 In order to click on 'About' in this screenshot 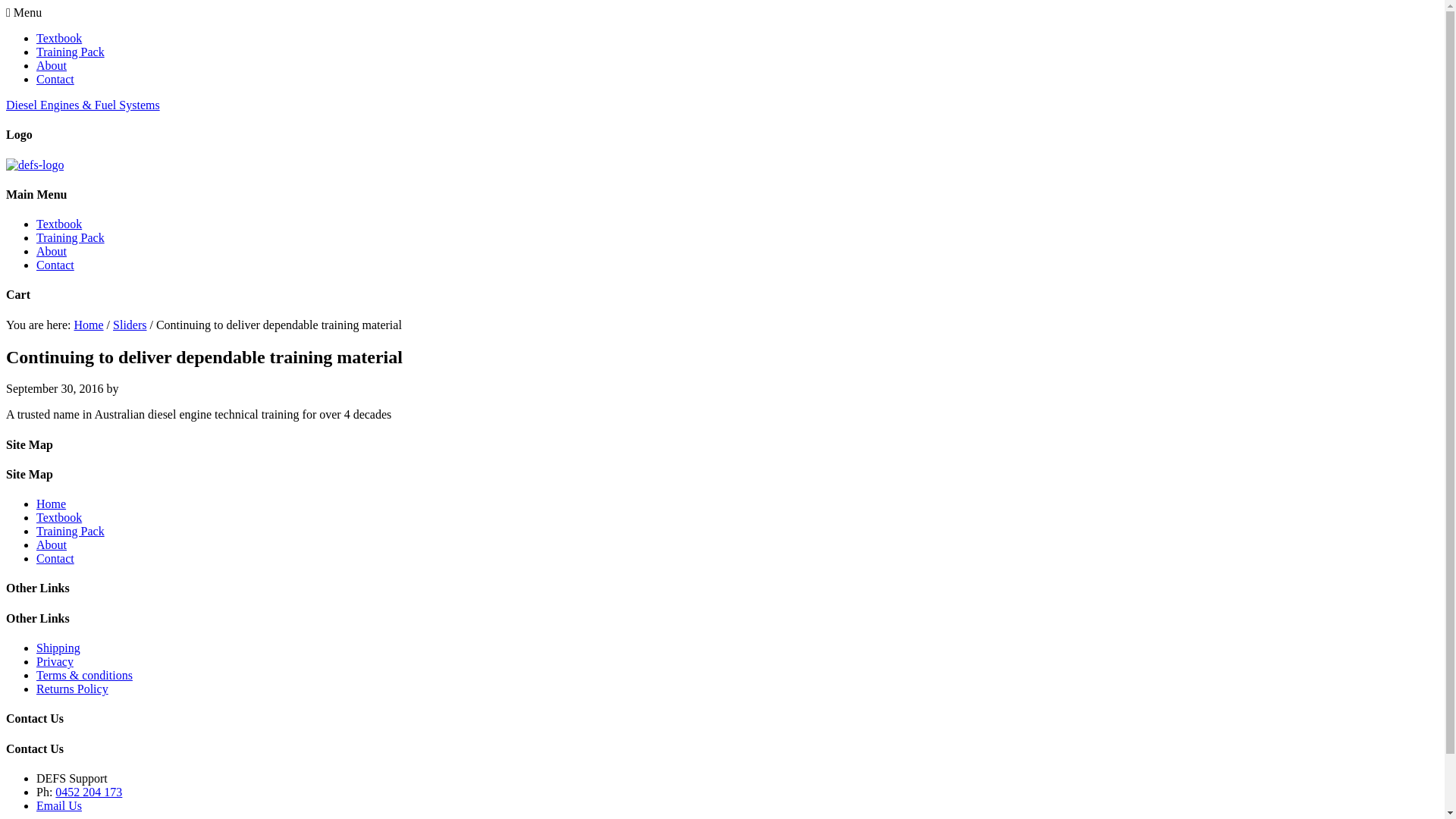, I will do `click(51, 544)`.